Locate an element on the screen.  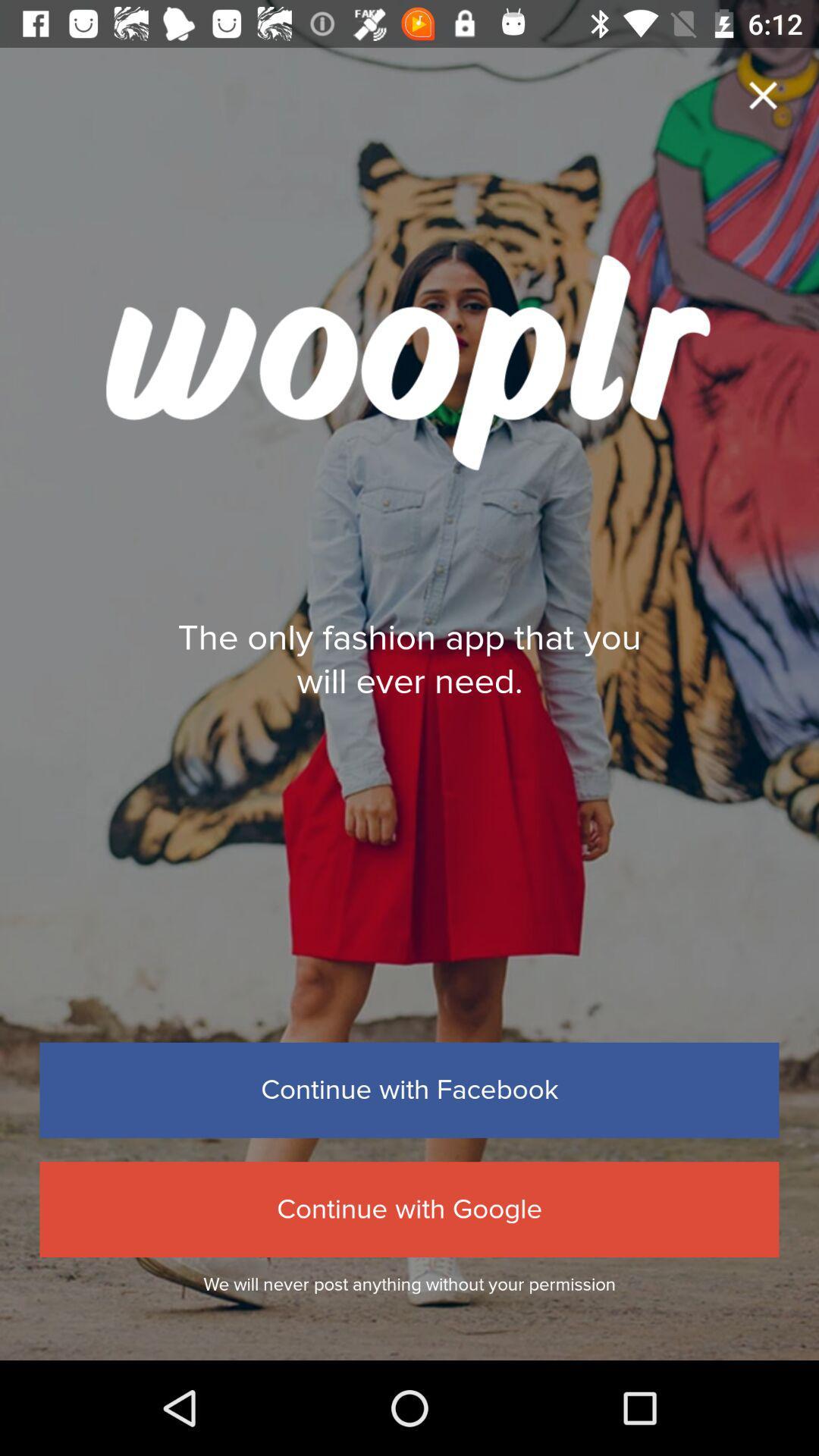
app is located at coordinates (763, 94).